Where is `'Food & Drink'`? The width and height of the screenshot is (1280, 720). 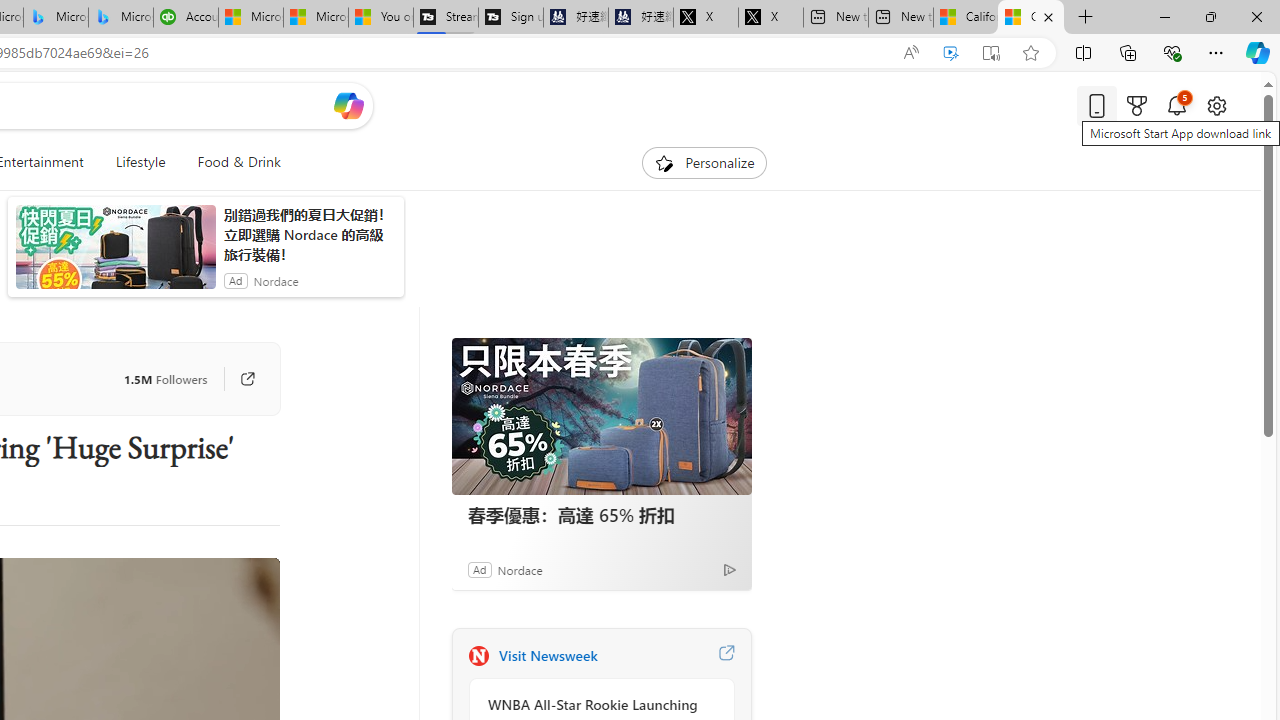 'Food & Drink' is located at coordinates (239, 162).